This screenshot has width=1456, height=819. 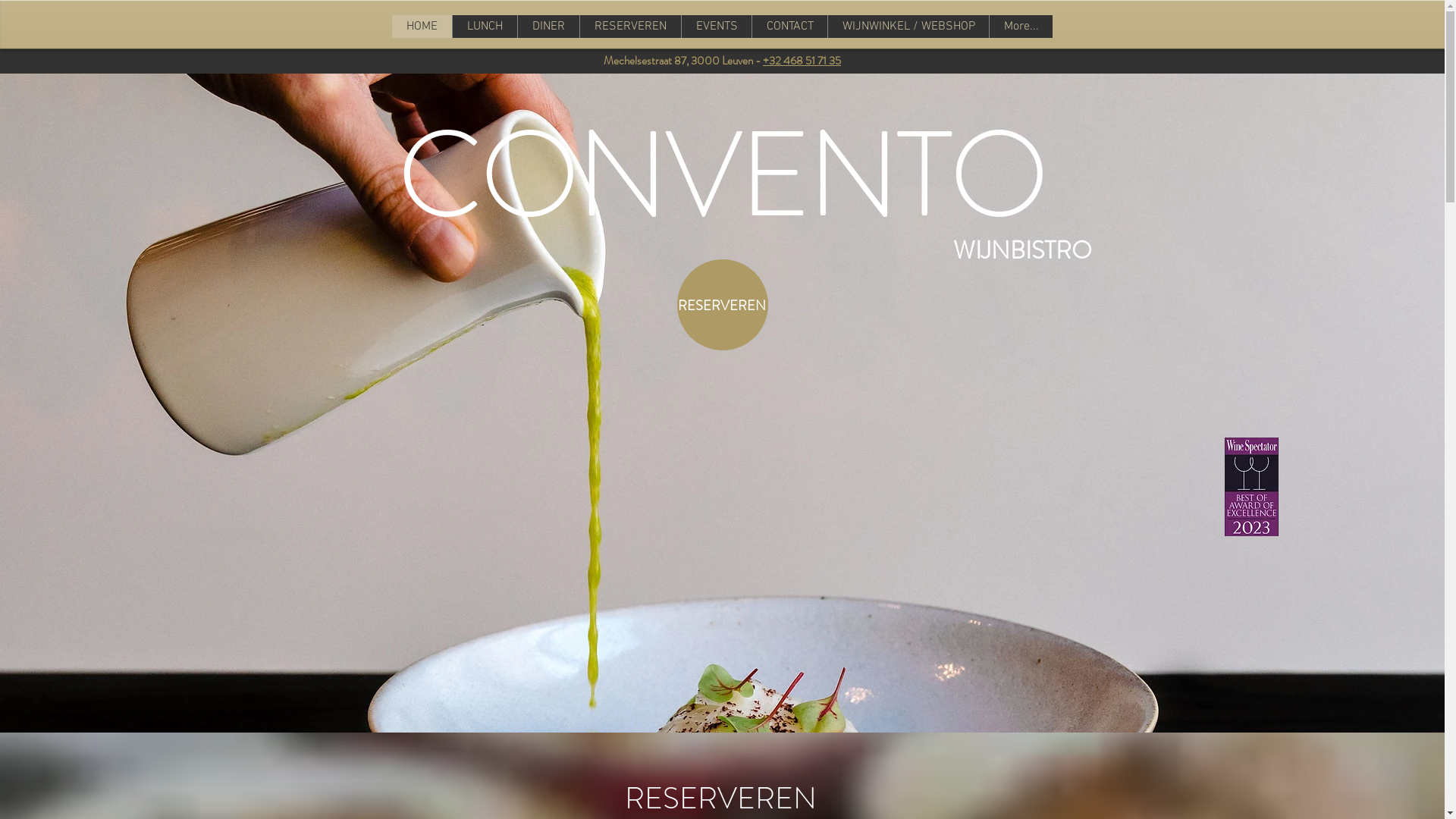 What do you see at coordinates (917, 26) in the screenshot?
I see `'CONTACT'` at bounding box center [917, 26].